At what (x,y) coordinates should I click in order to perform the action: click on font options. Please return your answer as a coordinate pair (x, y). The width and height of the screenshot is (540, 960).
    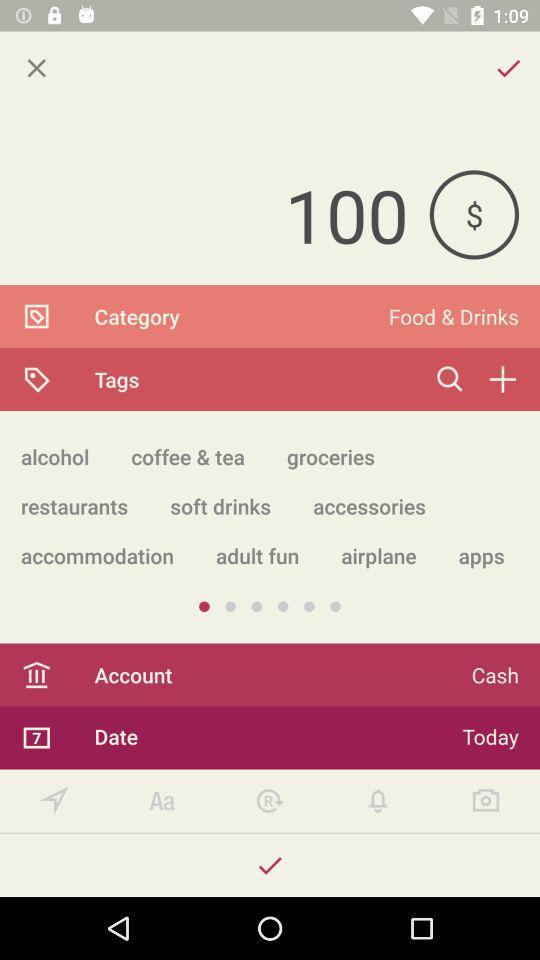
    Looking at the image, I should click on (161, 801).